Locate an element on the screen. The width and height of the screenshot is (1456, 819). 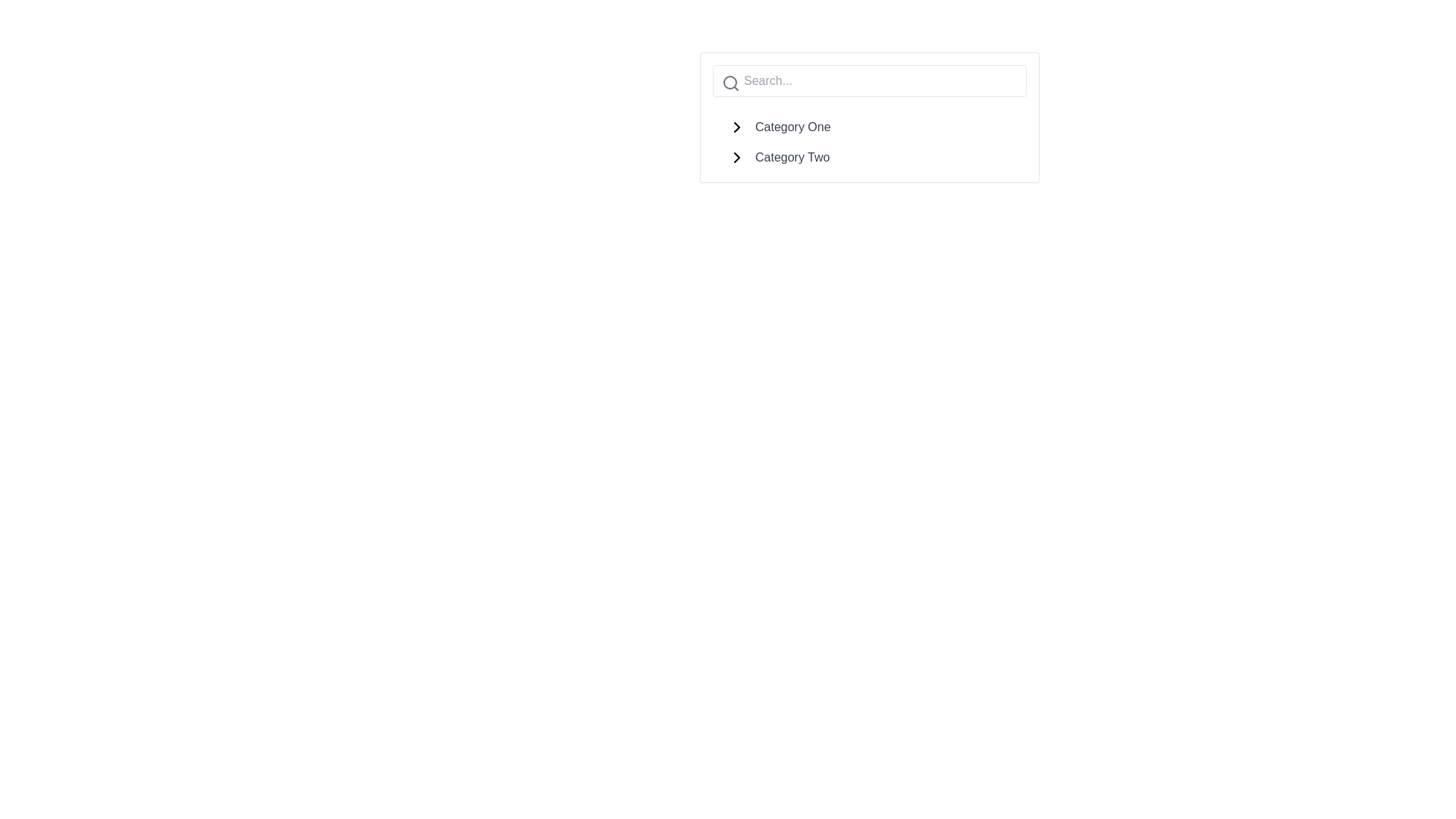
the rightward-pointing chevron arrow icon button located to the left of the 'Category Two' text label is located at coordinates (736, 158).